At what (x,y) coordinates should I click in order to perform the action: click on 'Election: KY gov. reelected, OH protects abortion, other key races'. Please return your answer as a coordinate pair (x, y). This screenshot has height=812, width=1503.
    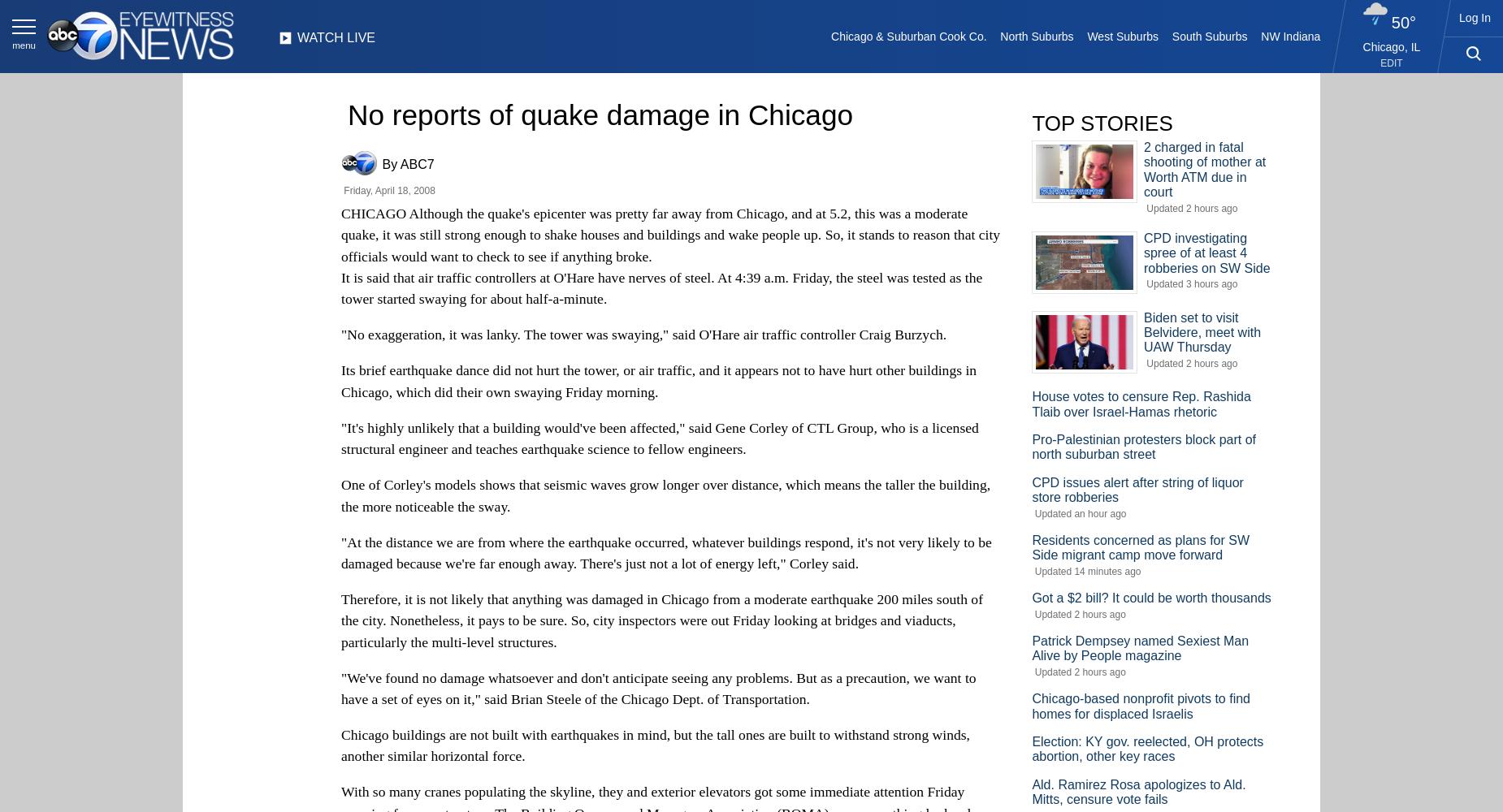
    Looking at the image, I should click on (1147, 749).